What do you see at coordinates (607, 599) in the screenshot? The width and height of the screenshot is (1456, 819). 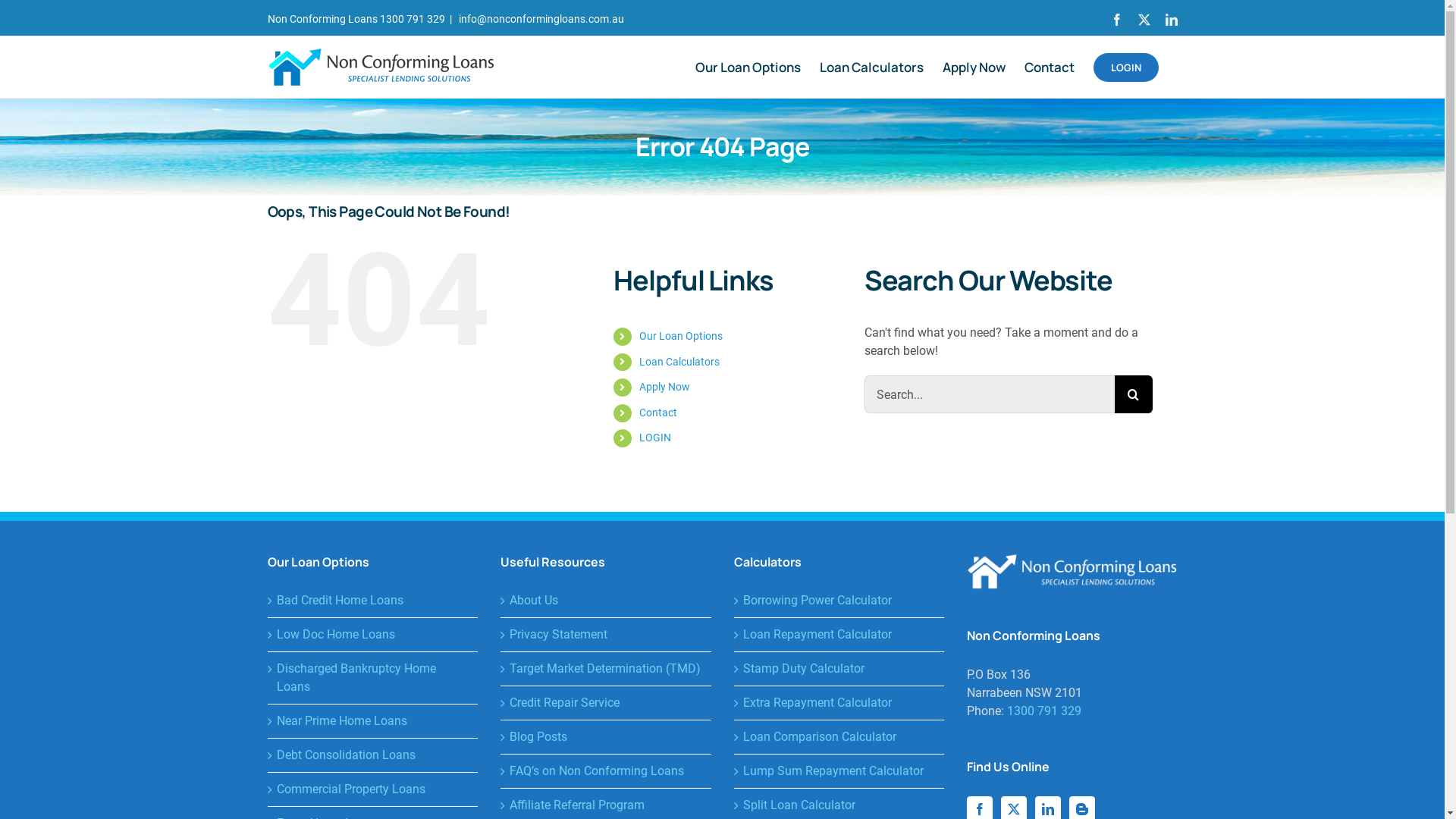 I see `'About Us'` at bounding box center [607, 599].